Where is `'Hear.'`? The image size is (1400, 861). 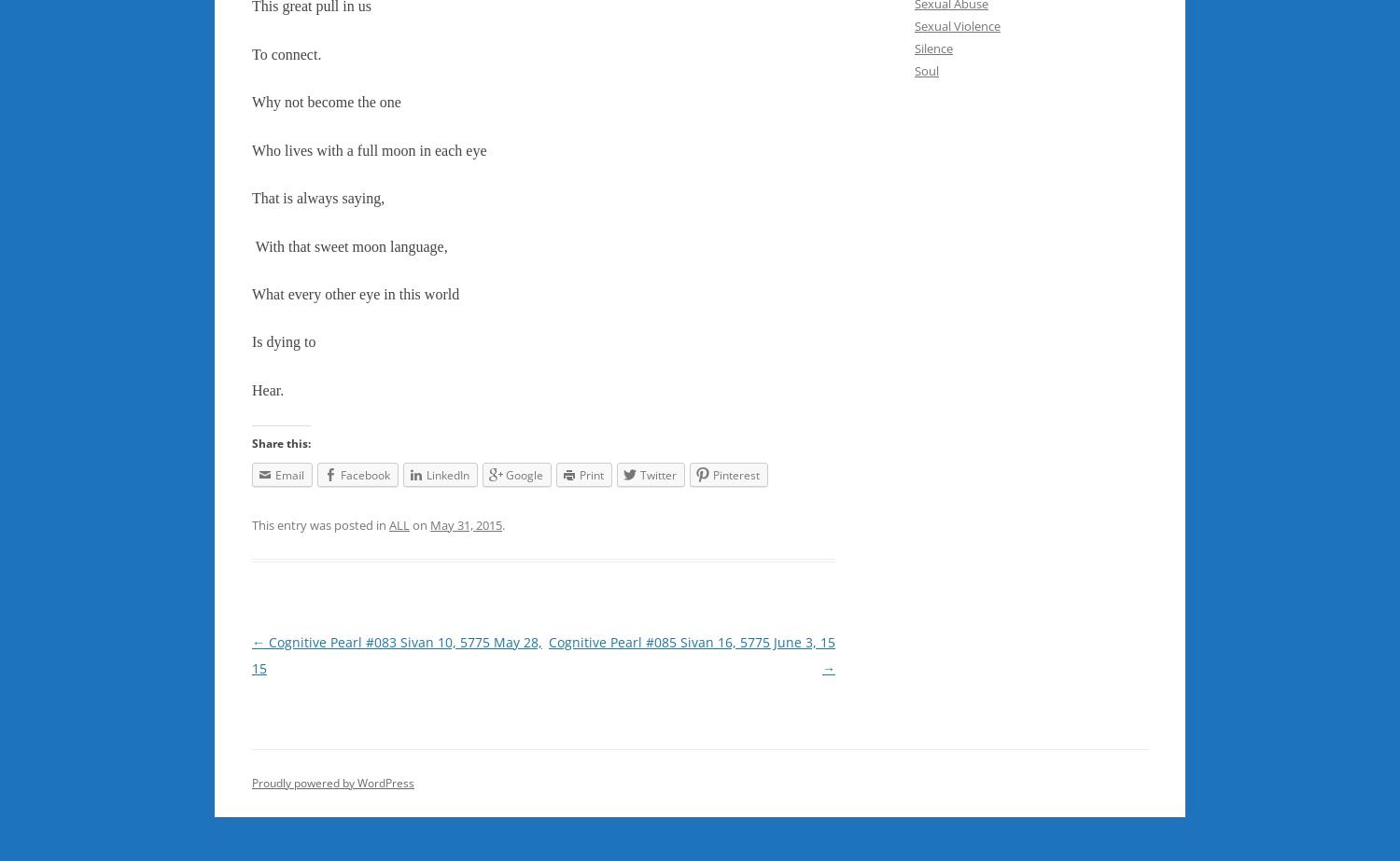 'Hear.' is located at coordinates (267, 389).